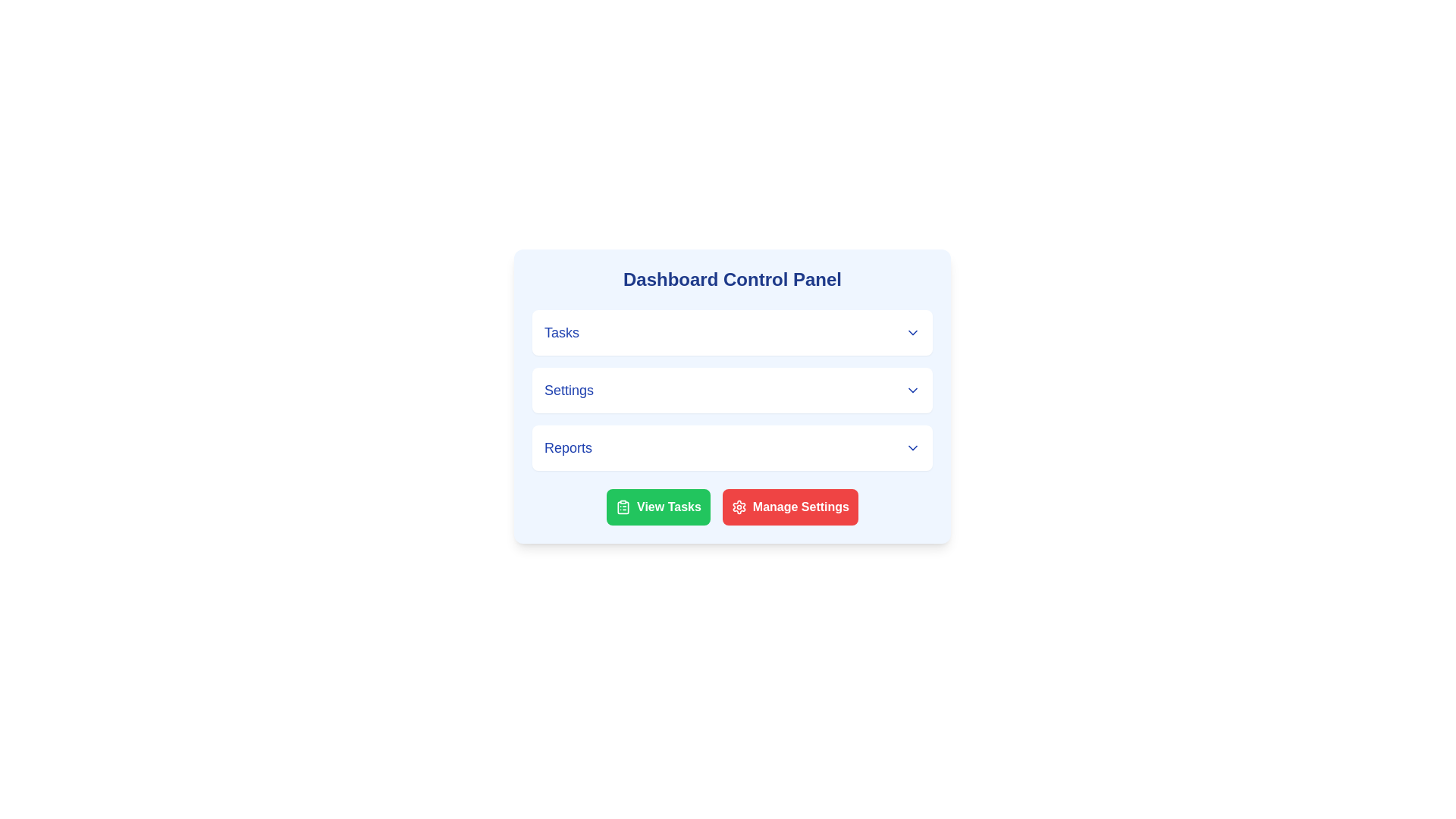 This screenshot has width=1456, height=819. I want to click on the gear icon representing the 'Manage Settings' button on the dashboard interface, indicating configuration functionality, so click(739, 507).